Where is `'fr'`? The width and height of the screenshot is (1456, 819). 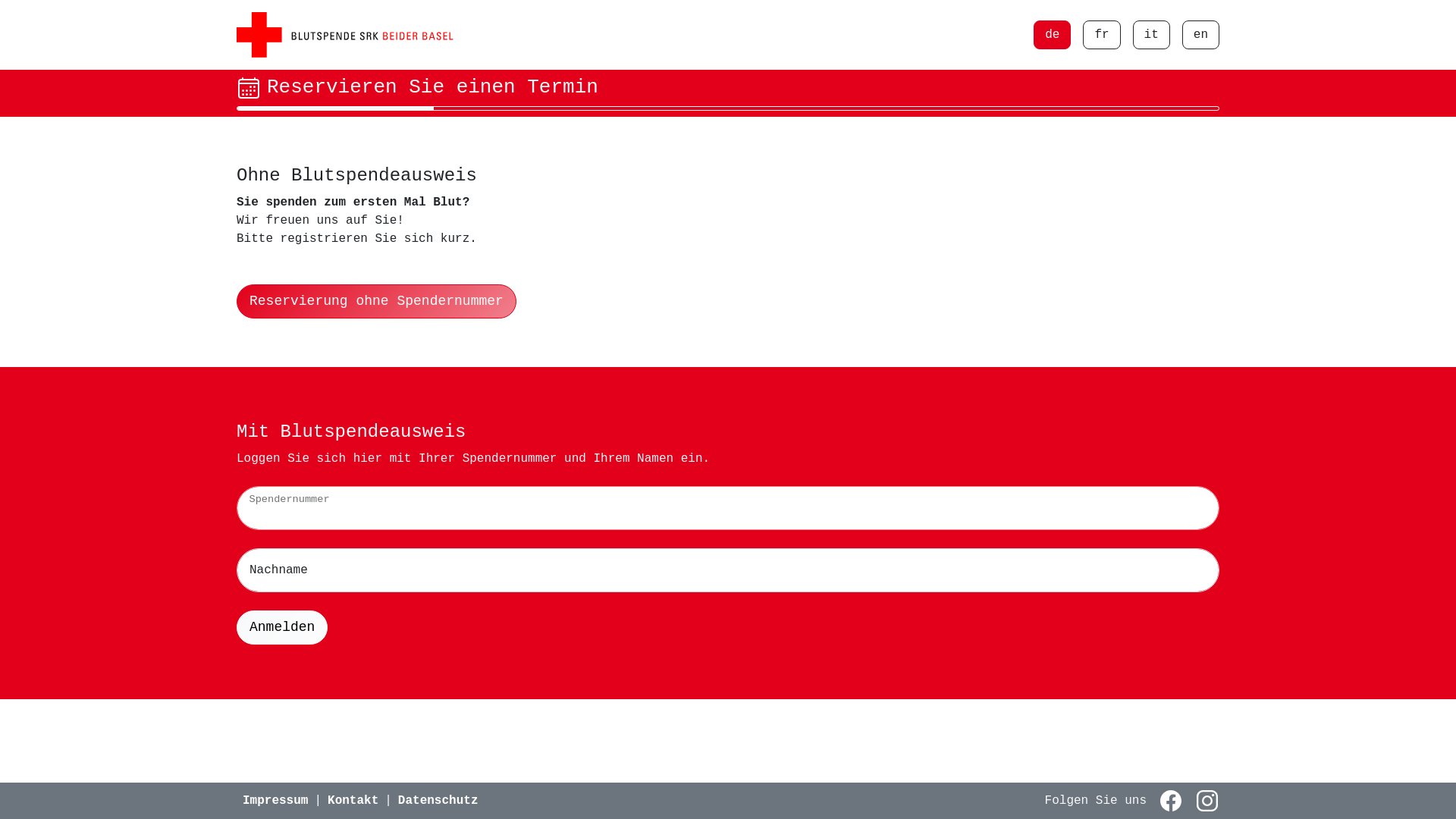 'fr' is located at coordinates (1101, 34).